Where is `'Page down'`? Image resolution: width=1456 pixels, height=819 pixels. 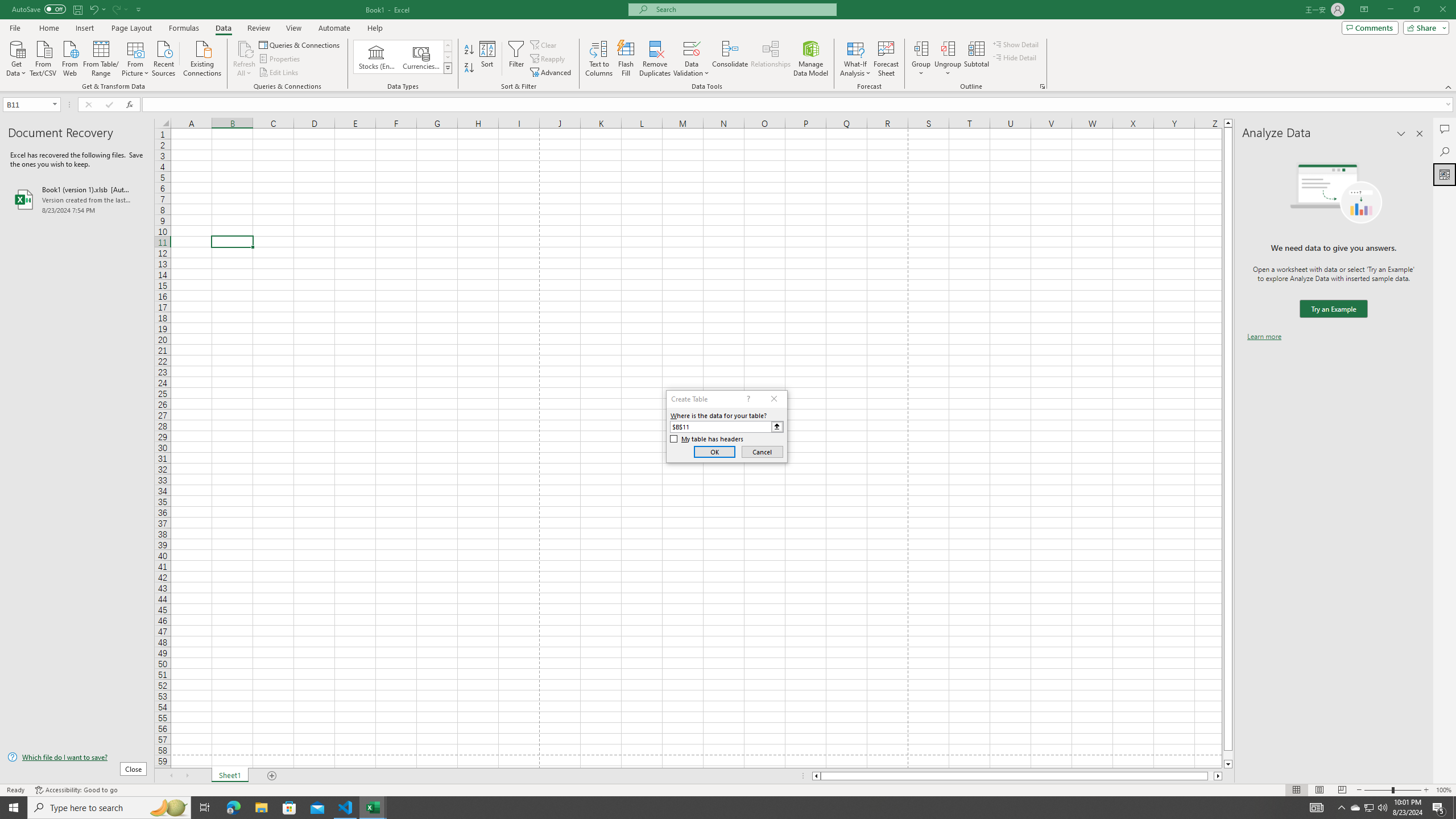
'Page down' is located at coordinates (1228, 755).